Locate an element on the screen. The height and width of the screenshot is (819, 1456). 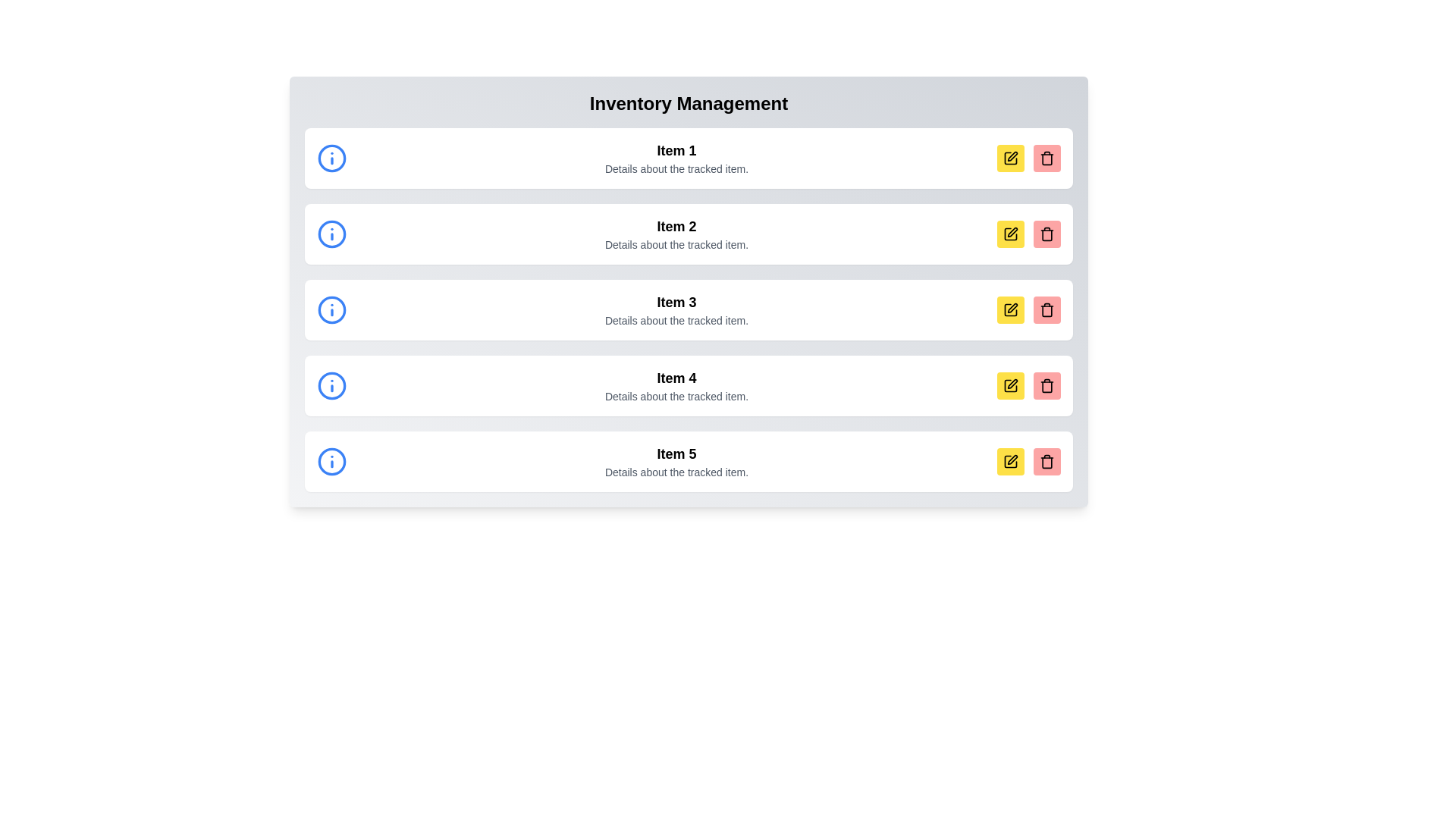
text content of the title or name of the fourth item in the inventory management list, which is positioned above 'Details about the tracked item.' is located at coordinates (676, 377).